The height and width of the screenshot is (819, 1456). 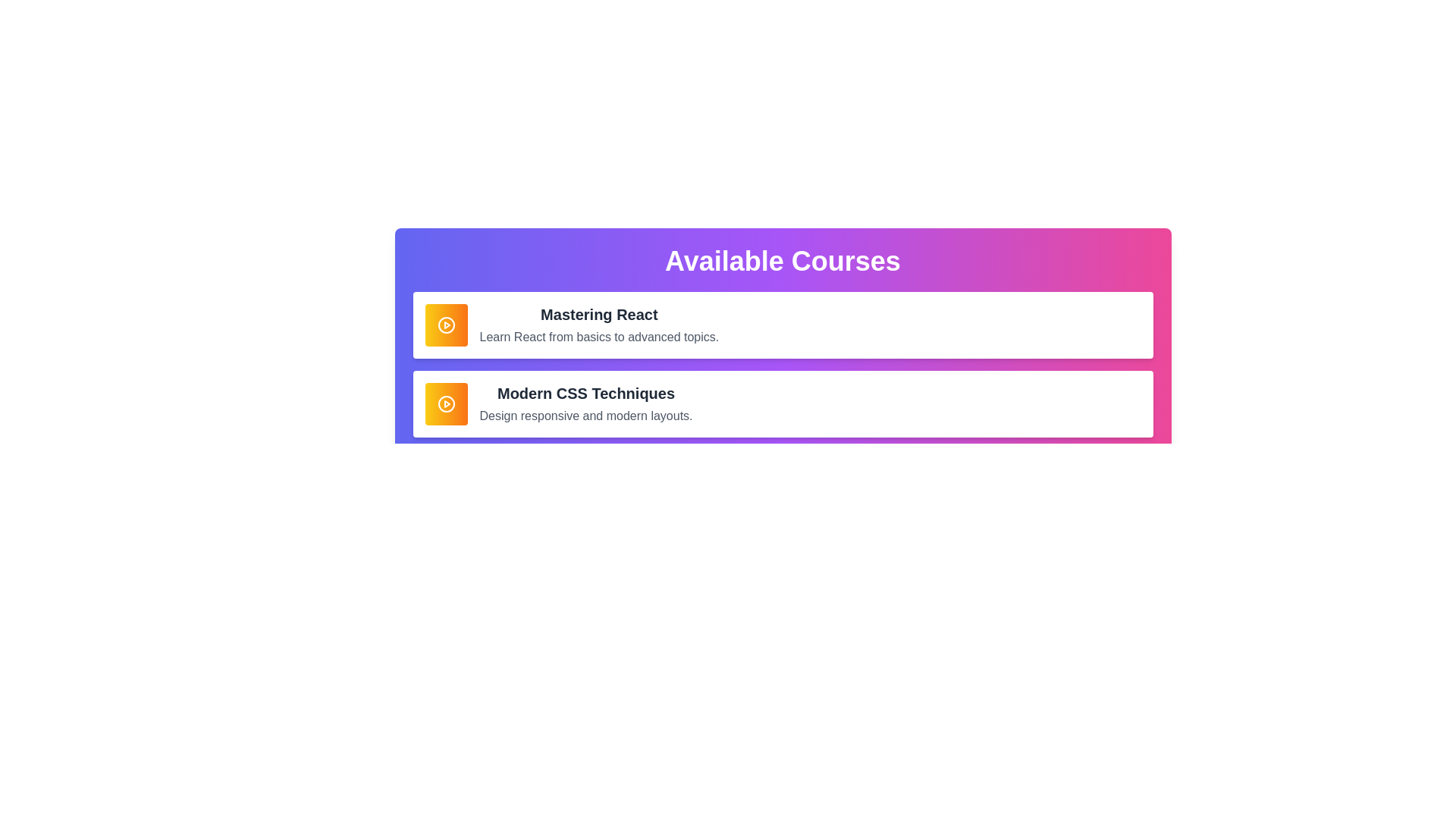 I want to click on the play icon button, which is a rounded square with a gradient background from yellow to orange, located to the left of the course title 'Mastering React', so click(x=445, y=324).